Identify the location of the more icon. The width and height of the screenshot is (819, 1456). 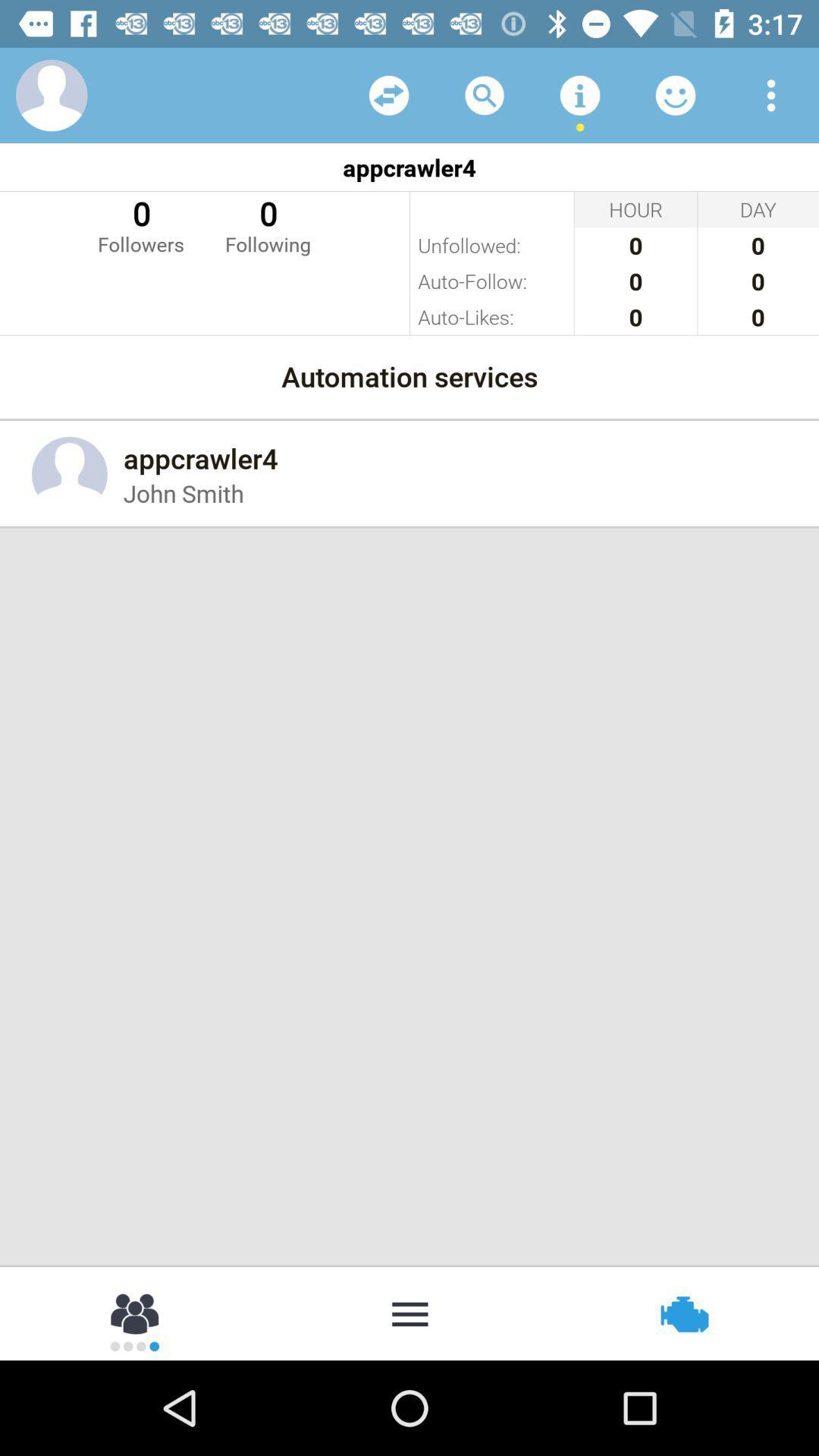
(409, 1312).